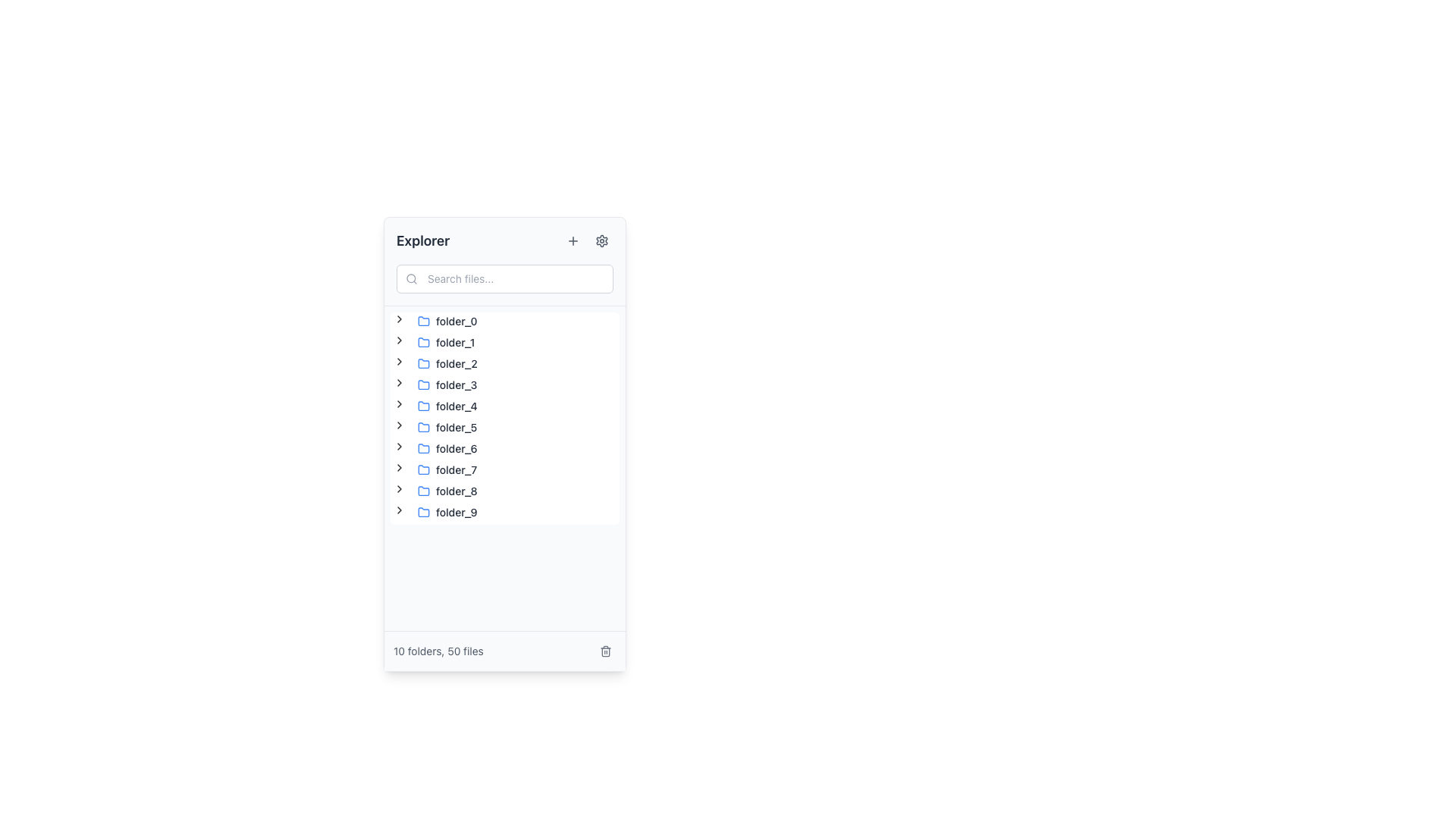  What do you see at coordinates (447, 447) in the screenshot?
I see `the folder icon and text in the file explorer interface` at bounding box center [447, 447].